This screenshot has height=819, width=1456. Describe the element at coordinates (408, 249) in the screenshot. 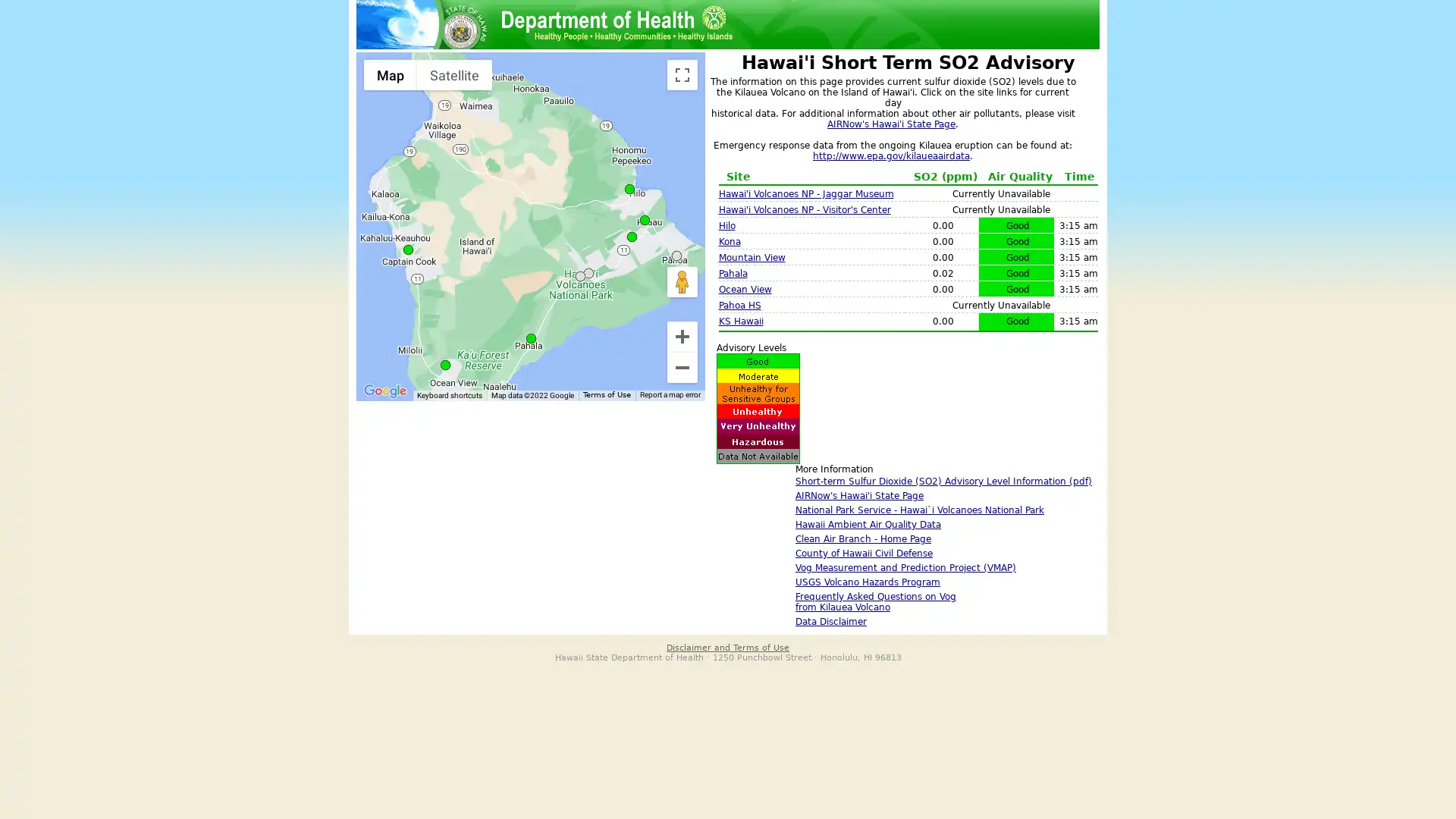

I see `Kona: SO2 0.00 ppm (Good) on 06/28 at 03:15 am` at that location.